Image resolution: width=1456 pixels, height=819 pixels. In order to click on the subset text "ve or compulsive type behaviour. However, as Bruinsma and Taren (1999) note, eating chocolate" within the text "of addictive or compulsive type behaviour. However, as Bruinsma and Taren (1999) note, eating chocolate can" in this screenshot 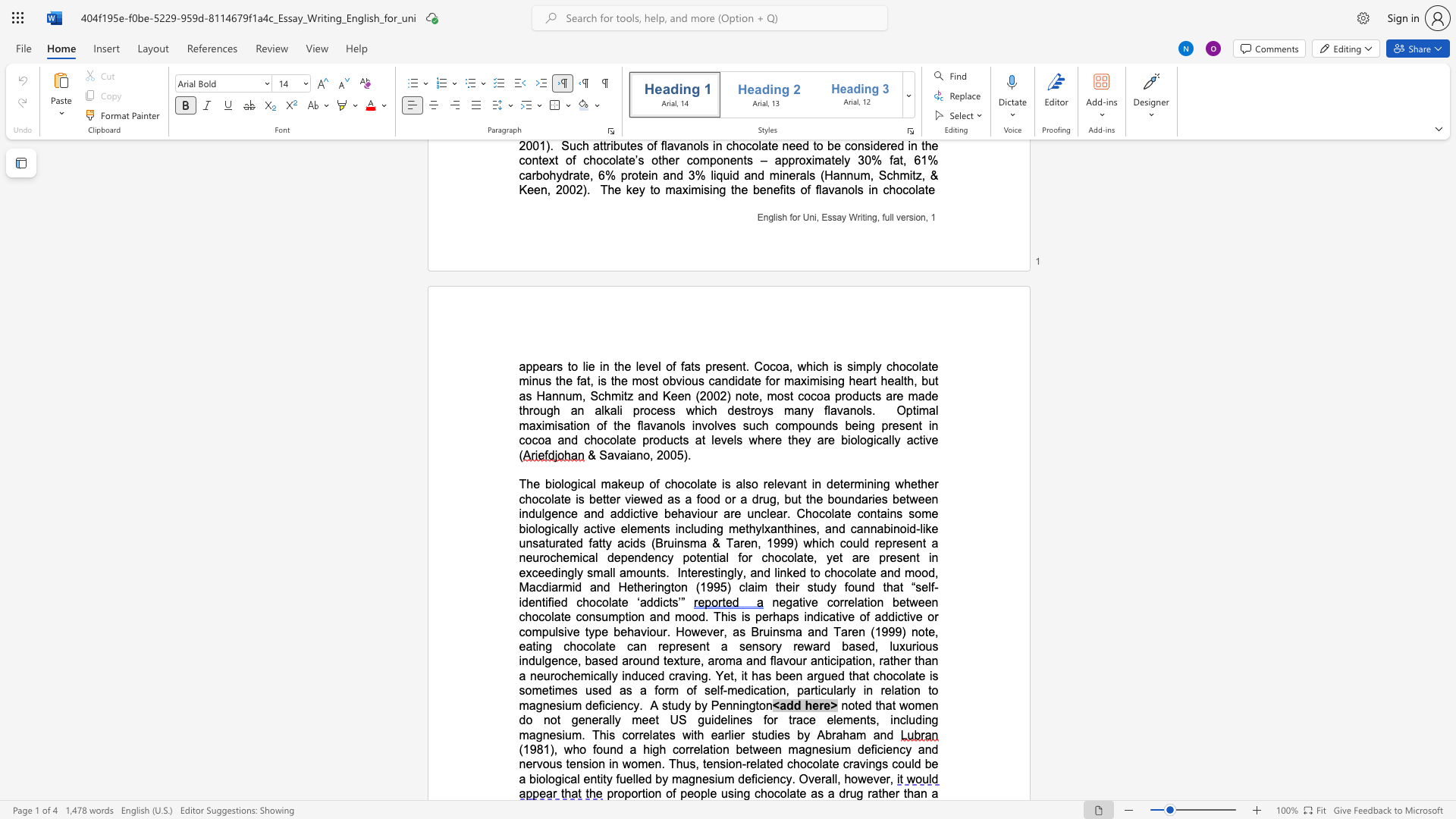, I will do `click(909, 617)`.